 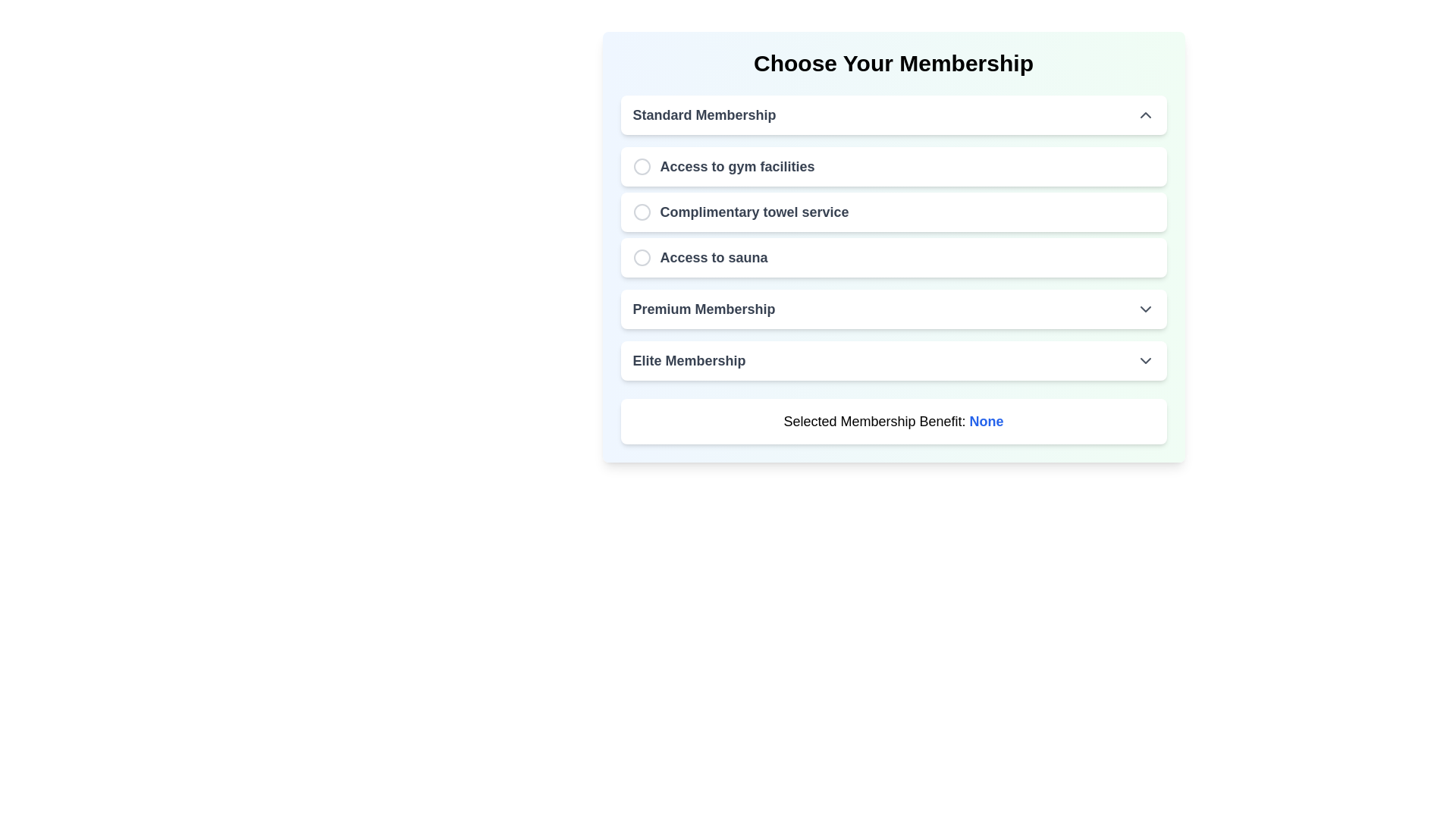 I want to click on text label indicating the 'Complimentary towel service' benefit, which is the second option in the list of membership benefits under 'Standard Membership.', so click(x=755, y=212).